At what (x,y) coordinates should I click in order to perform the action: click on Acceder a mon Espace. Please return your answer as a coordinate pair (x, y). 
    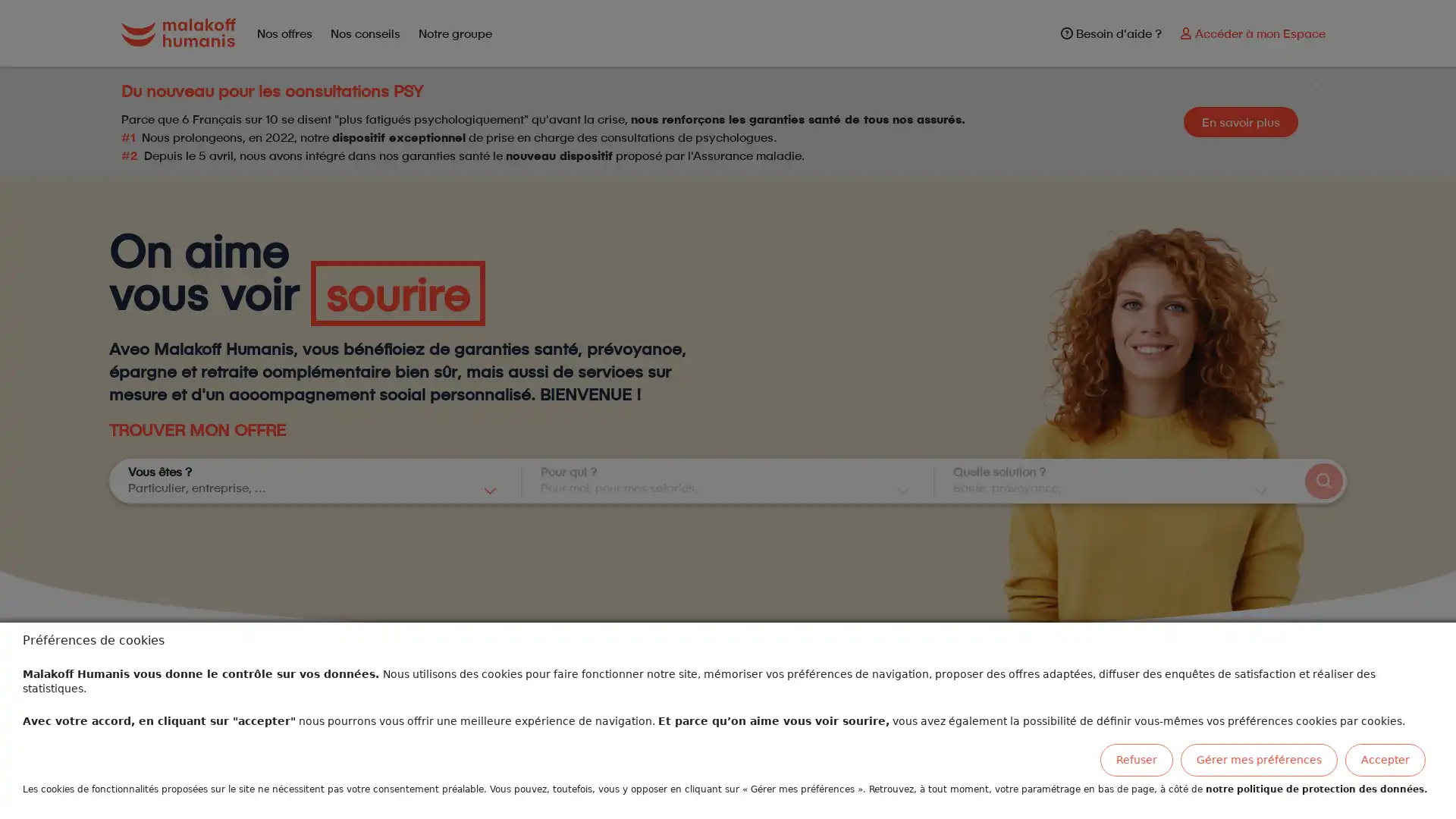
    Looking at the image, I should click on (1252, 33).